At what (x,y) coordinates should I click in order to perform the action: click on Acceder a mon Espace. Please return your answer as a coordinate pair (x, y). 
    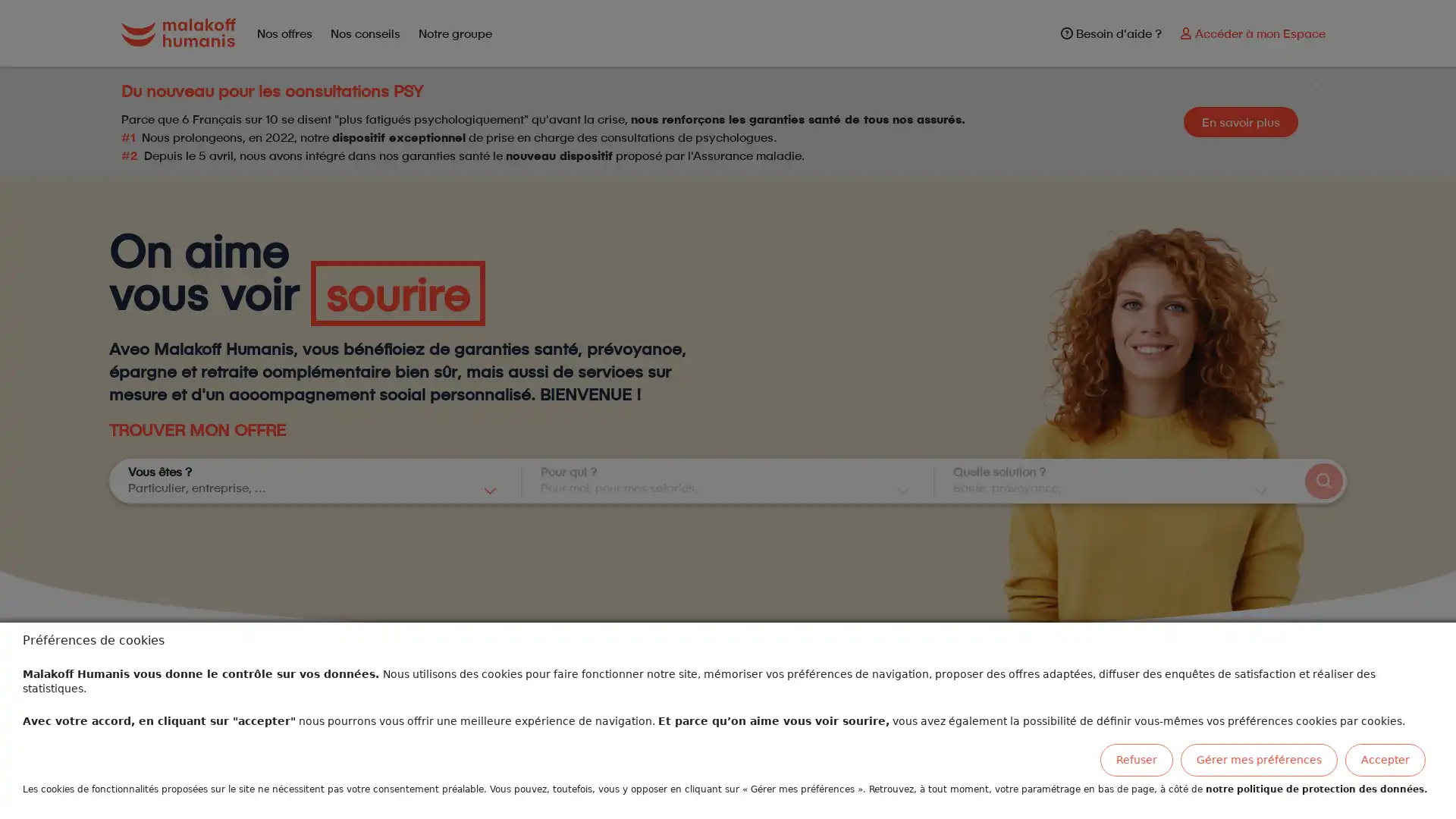
    Looking at the image, I should click on (1252, 33).